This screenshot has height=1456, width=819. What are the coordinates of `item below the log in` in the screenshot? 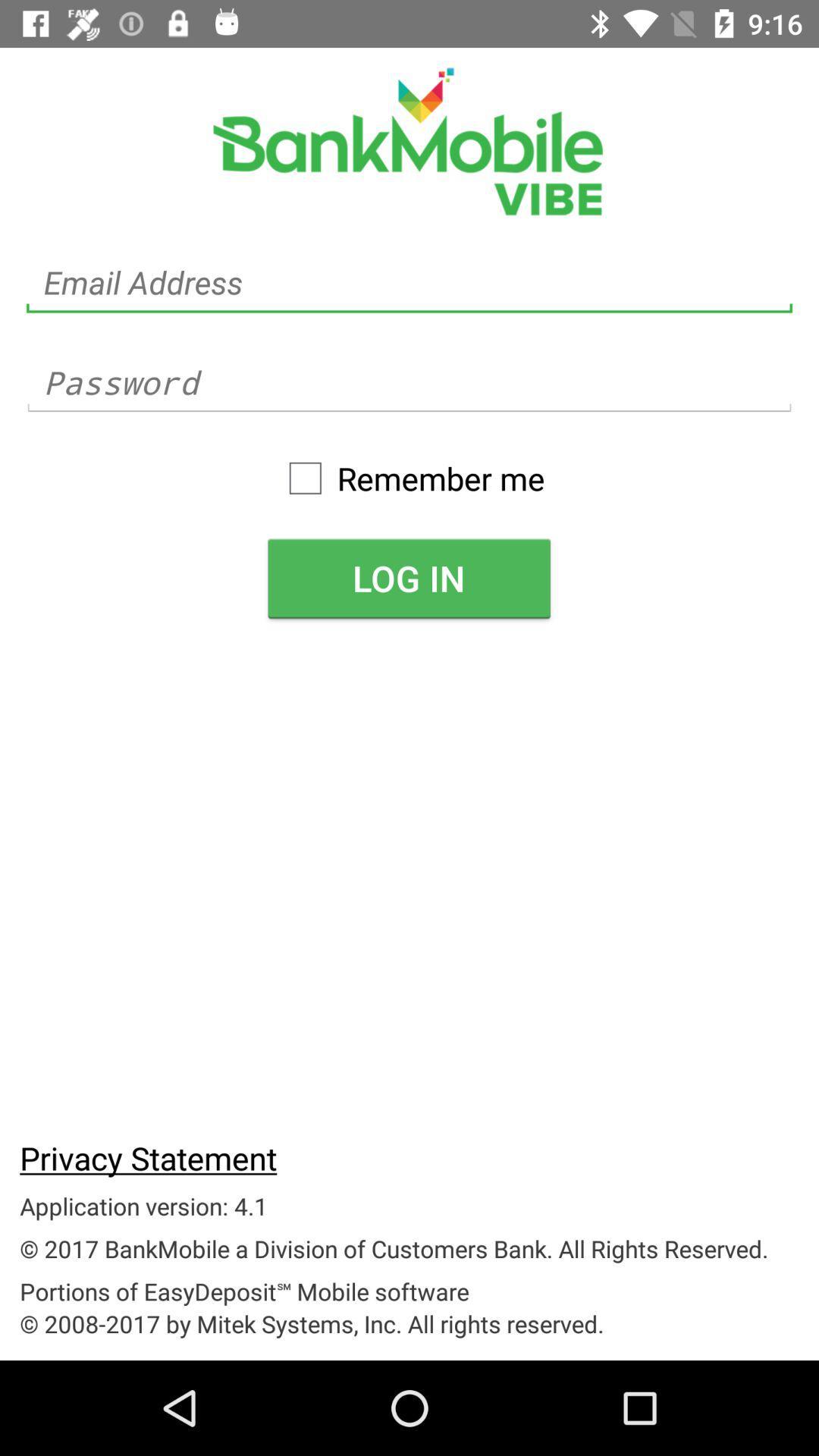 It's located at (148, 1156).